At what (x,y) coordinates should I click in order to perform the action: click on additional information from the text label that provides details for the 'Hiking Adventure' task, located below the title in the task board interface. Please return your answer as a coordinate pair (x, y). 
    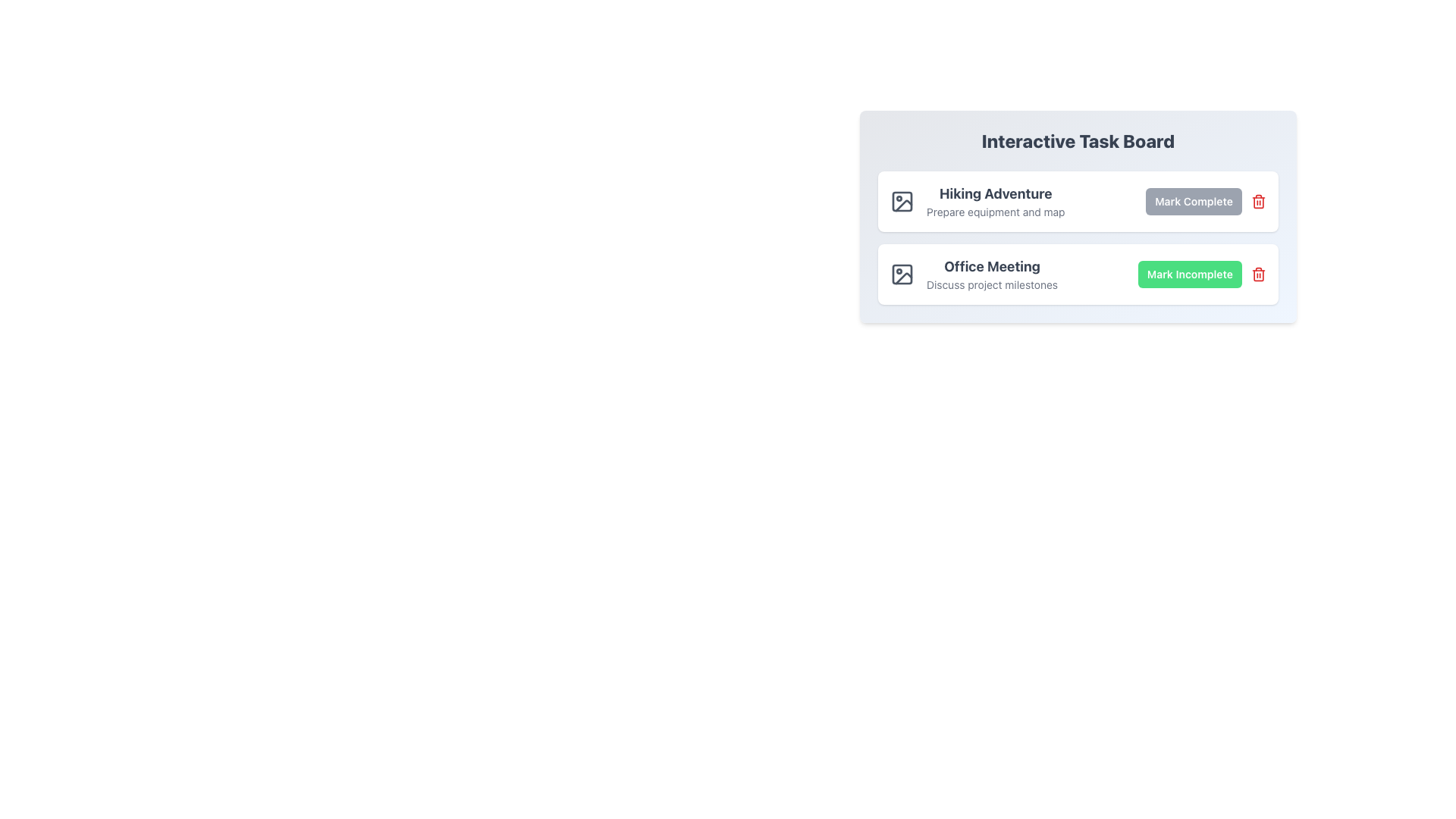
    Looking at the image, I should click on (996, 212).